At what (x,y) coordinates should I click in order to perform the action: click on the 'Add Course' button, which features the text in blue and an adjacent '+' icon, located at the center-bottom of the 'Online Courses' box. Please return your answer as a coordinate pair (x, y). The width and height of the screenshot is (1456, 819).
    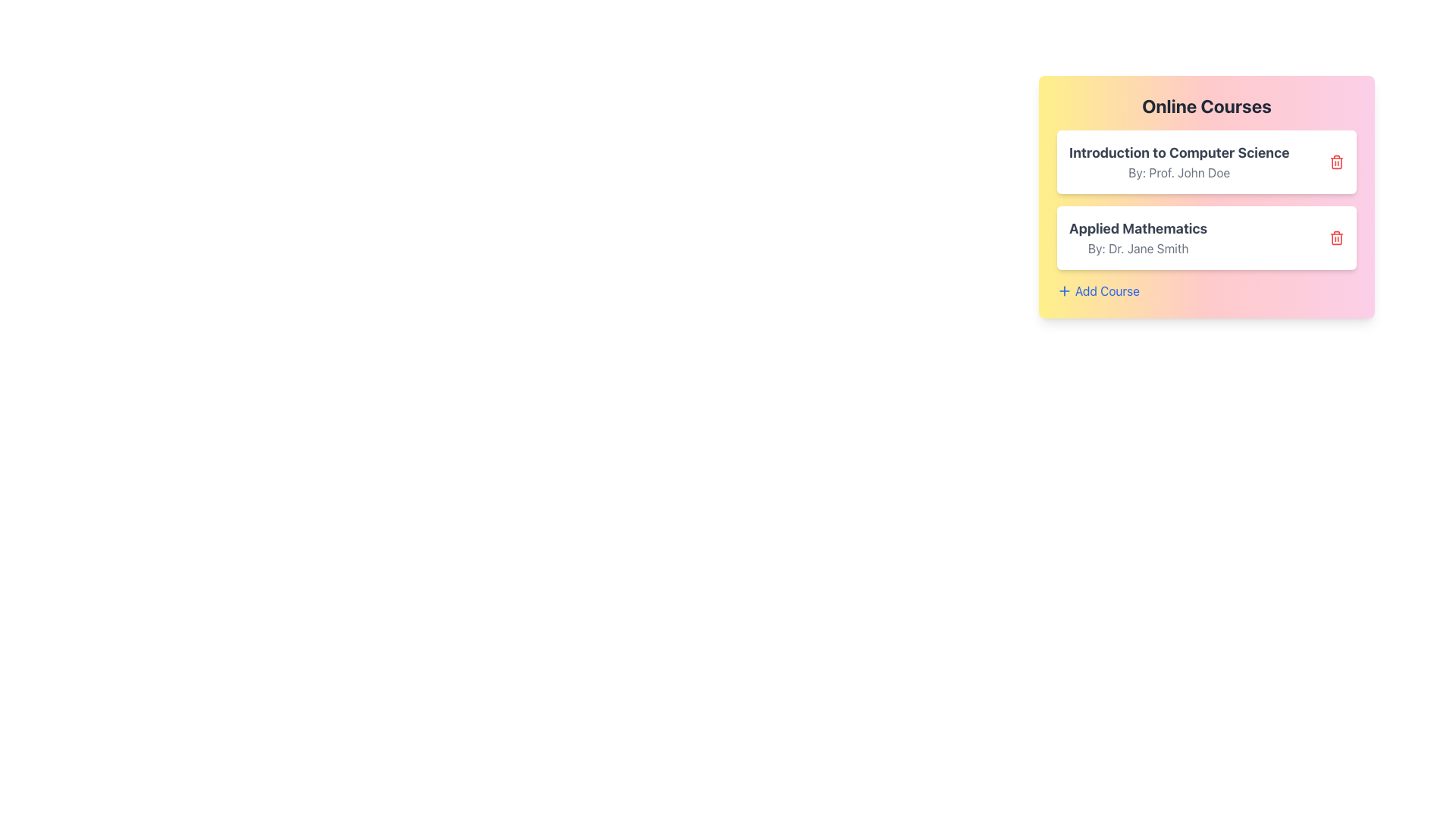
    Looking at the image, I should click on (1098, 291).